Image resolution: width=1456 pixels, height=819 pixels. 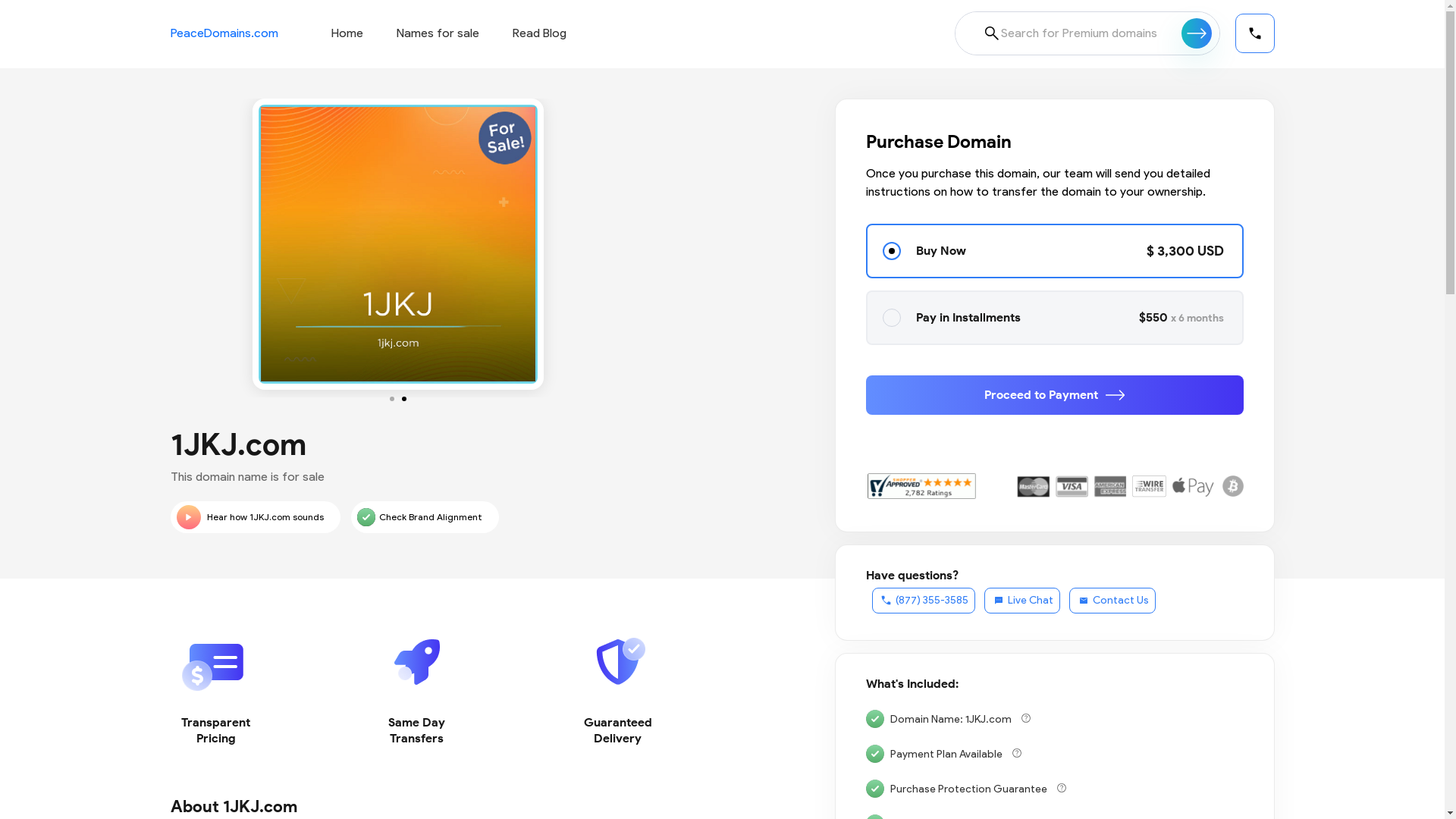 What do you see at coordinates (255, 516) in the screenshot?
I see `'Hear how 1JKJ.com sounds'` at bounding box center [255, 516].